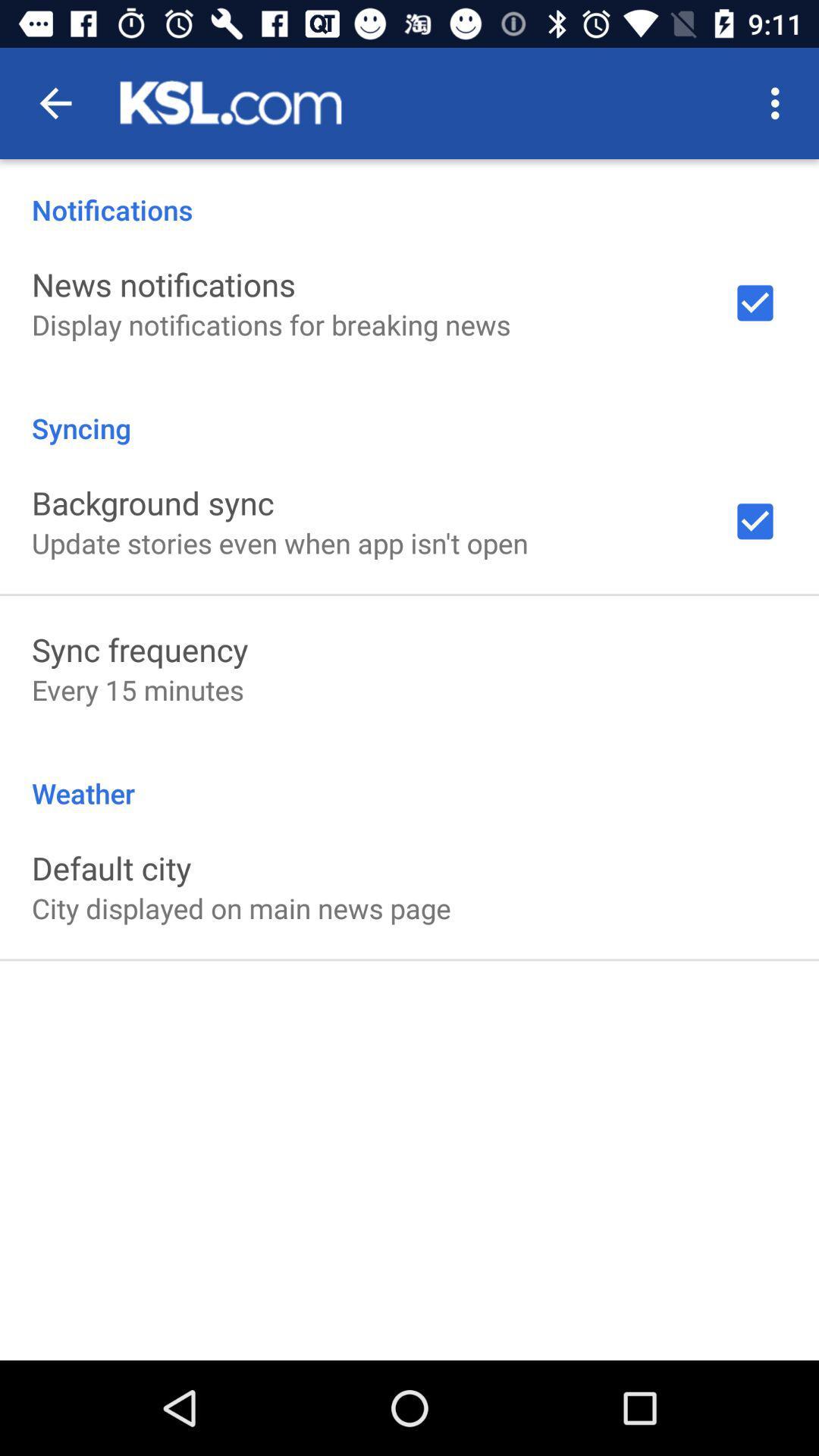 The width and height of the screenshot is (819, 1456). What do you see at coordinates (409, 412) in the screenshot?
I see `icon above background sync item` at bounding box center [409, 412].